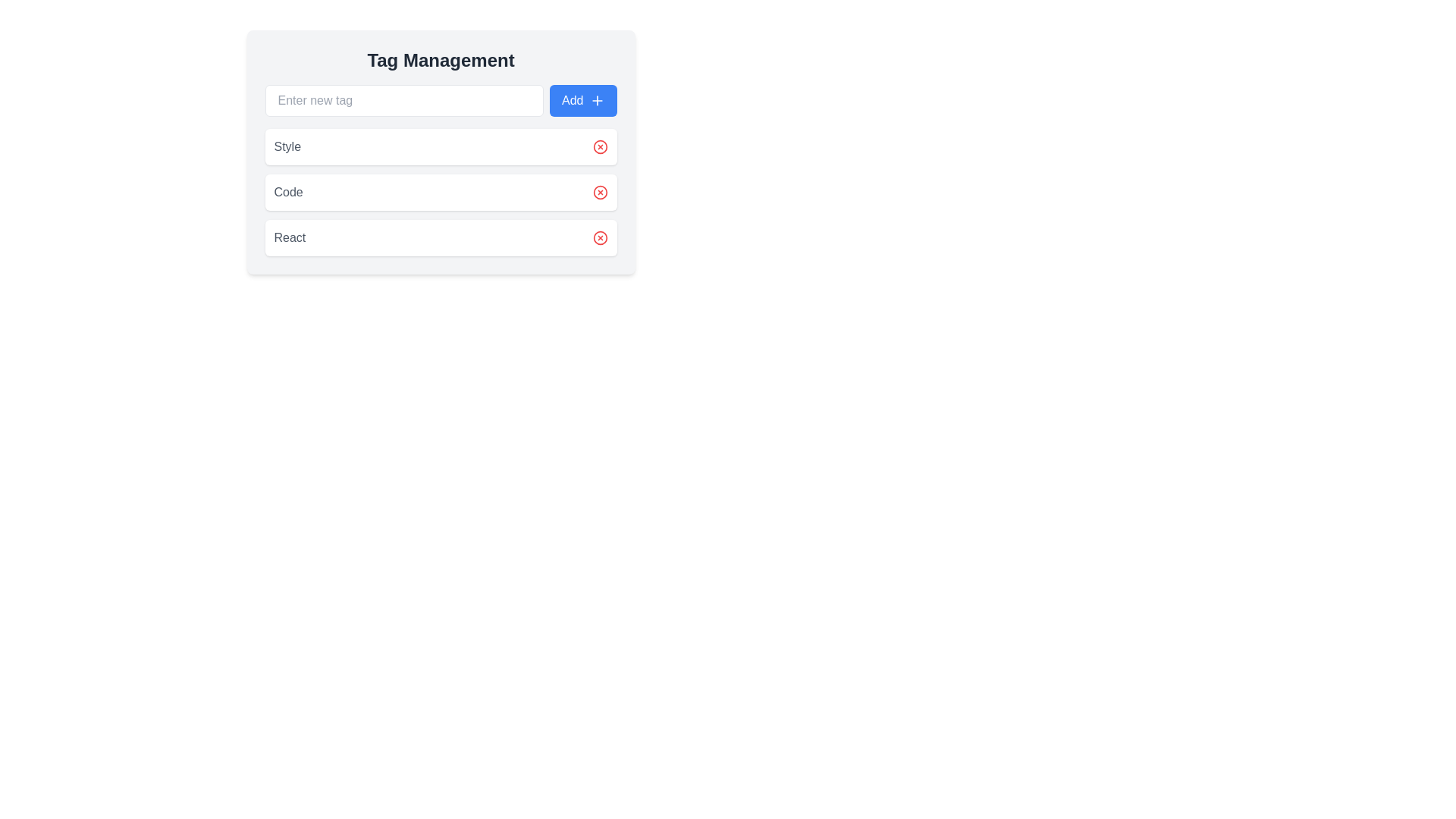 This screenshot has height=819, width=1456. I want to click on the rectangular button with a blue background and white text saying 'Add', so click(582, 100).